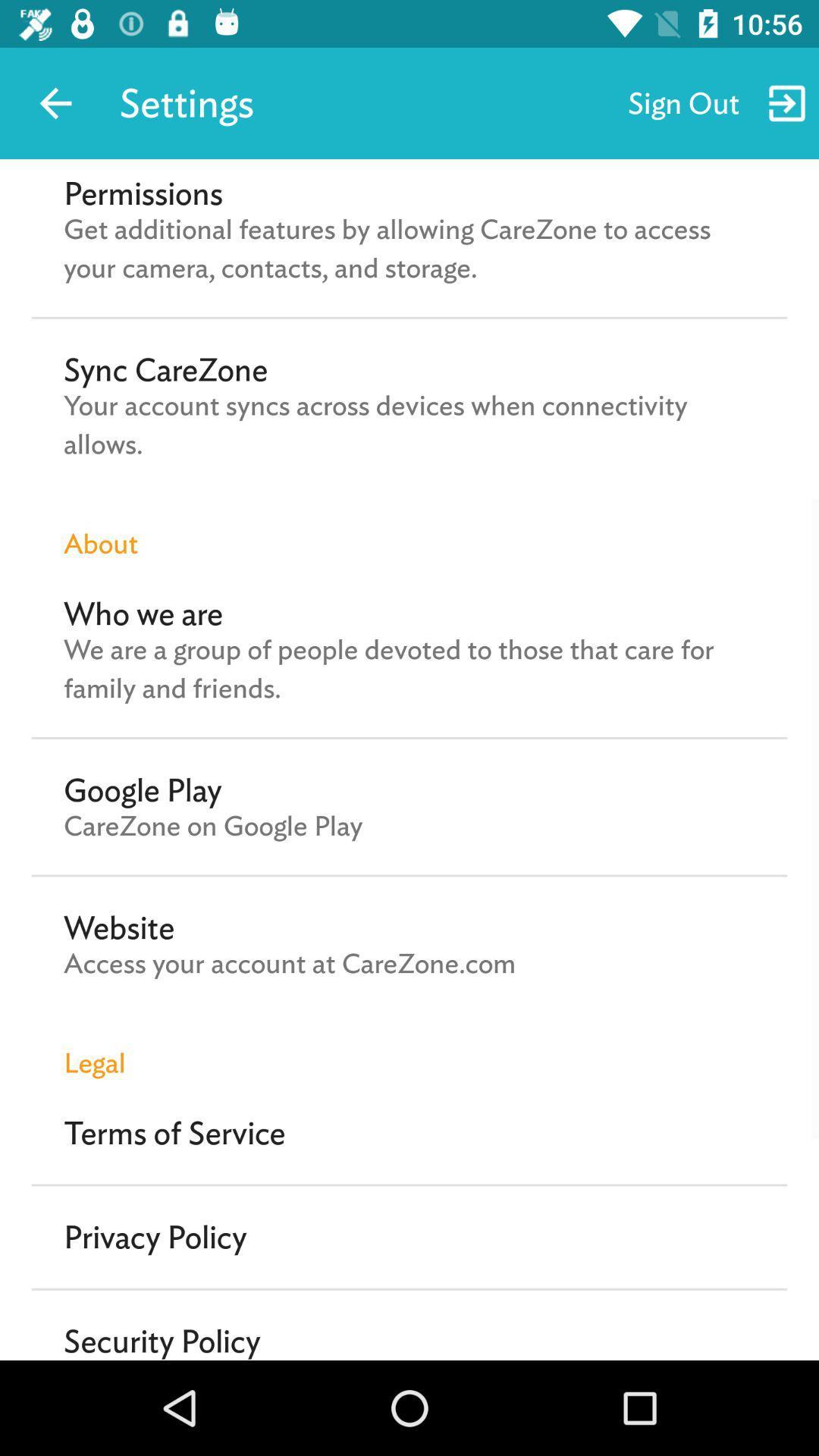 Image resolution: width=819 pixels, height=1456 pixels. What do you see at coordinates (155, 1237) in the screenshot?
I see `the item above the security policy item` at bounding box center [155, 1237].